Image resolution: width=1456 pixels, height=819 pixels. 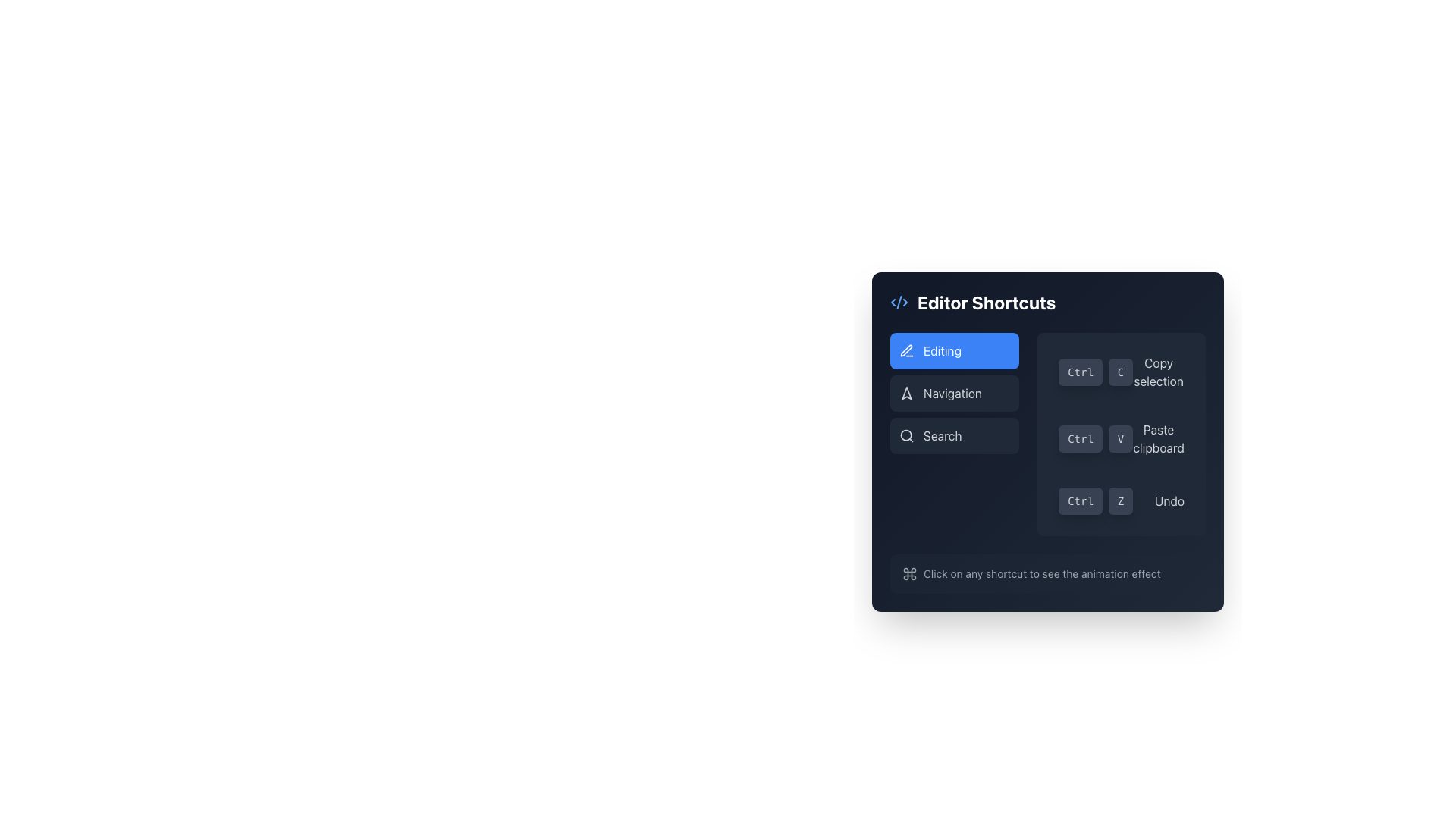 I want to click on the 'Navigation' icon located within the 'Editor Shortcuts' list, positioned next to the 'Navigation' label, so click(x=906, y=393).